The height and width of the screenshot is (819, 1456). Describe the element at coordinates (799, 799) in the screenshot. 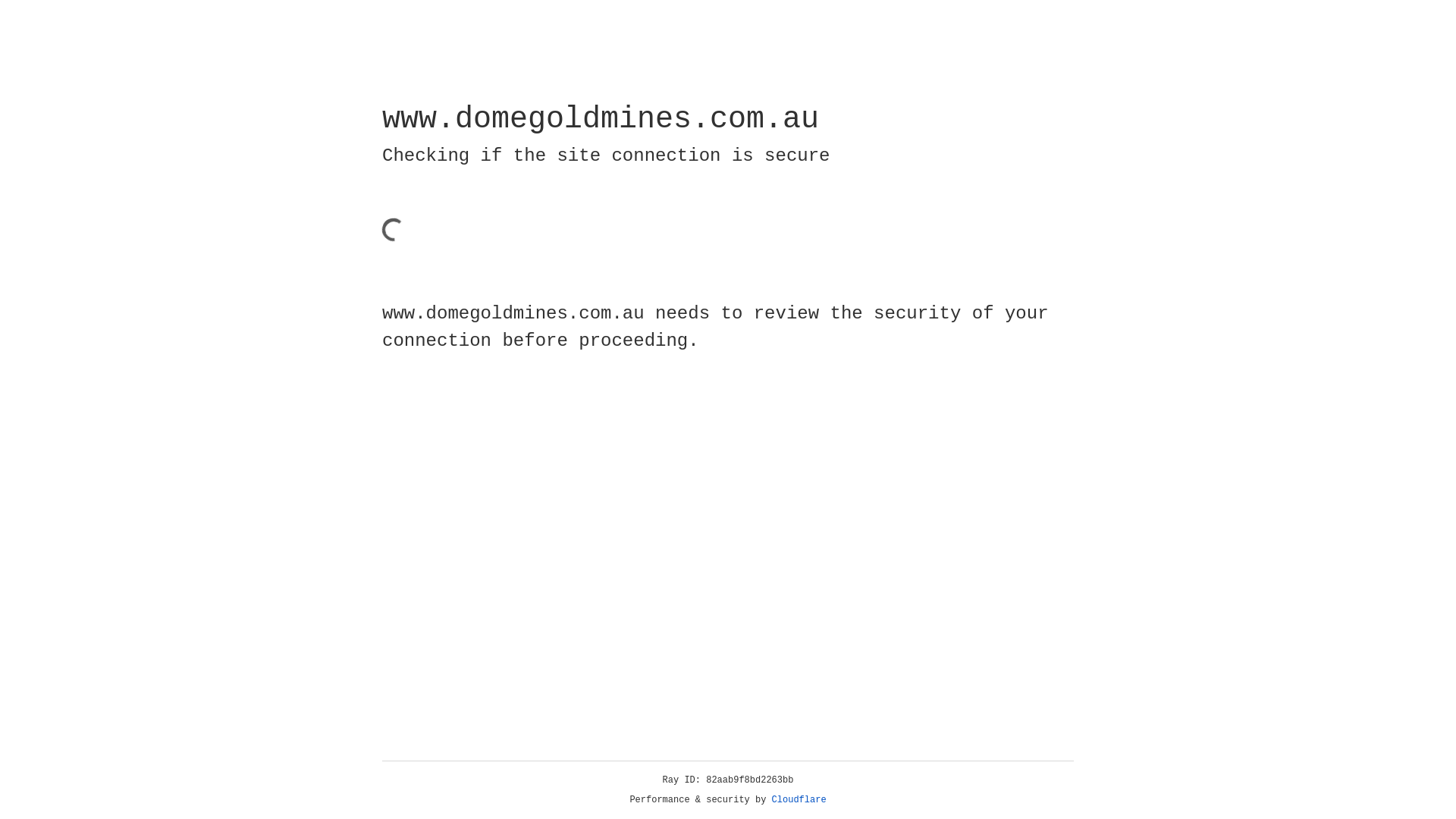

I see `'Cloudflare'` at that location.